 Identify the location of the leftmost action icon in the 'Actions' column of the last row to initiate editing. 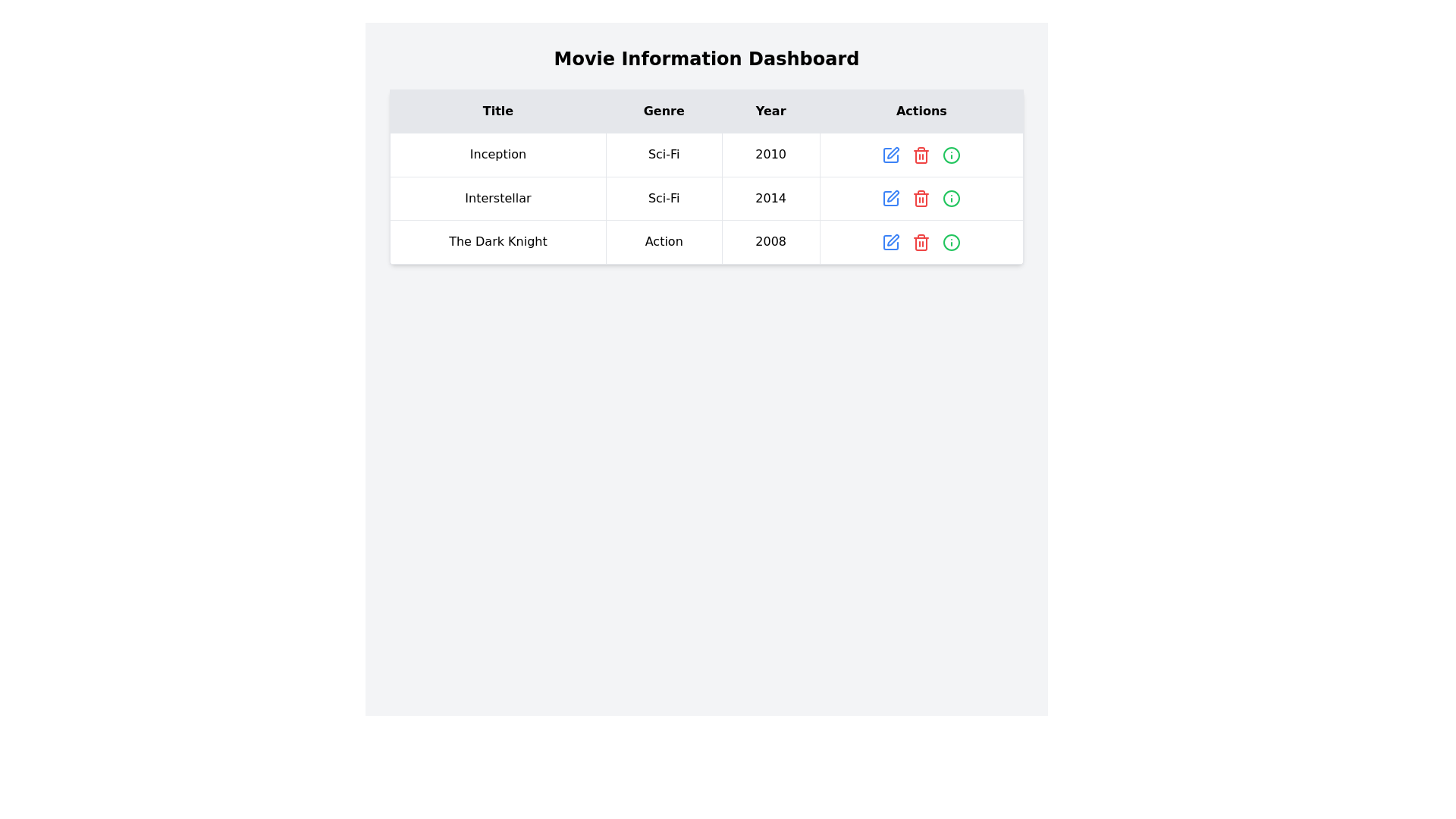
(891, 241).